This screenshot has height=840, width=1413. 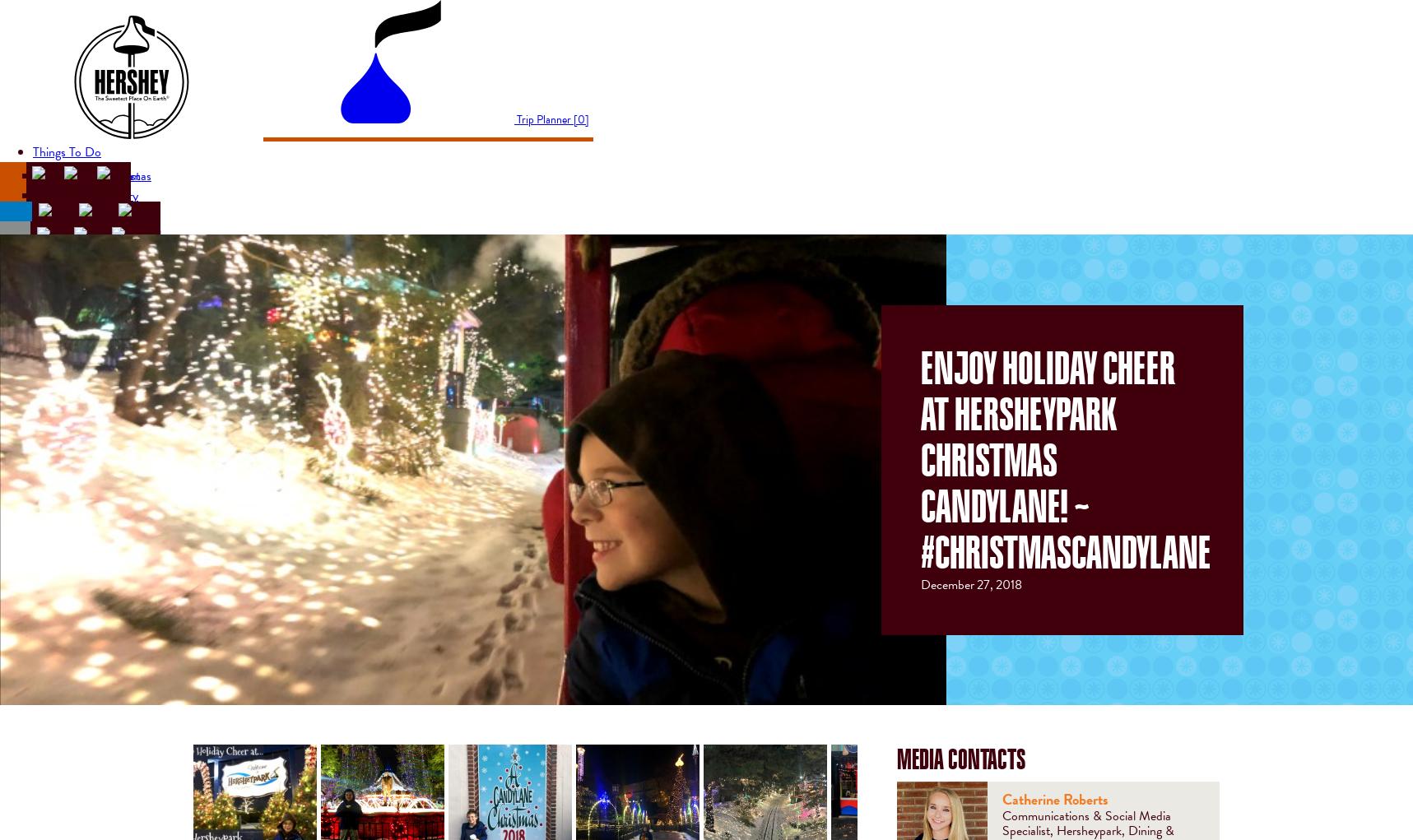 I want to click on 'Shopping', so click(x=56, y=322).